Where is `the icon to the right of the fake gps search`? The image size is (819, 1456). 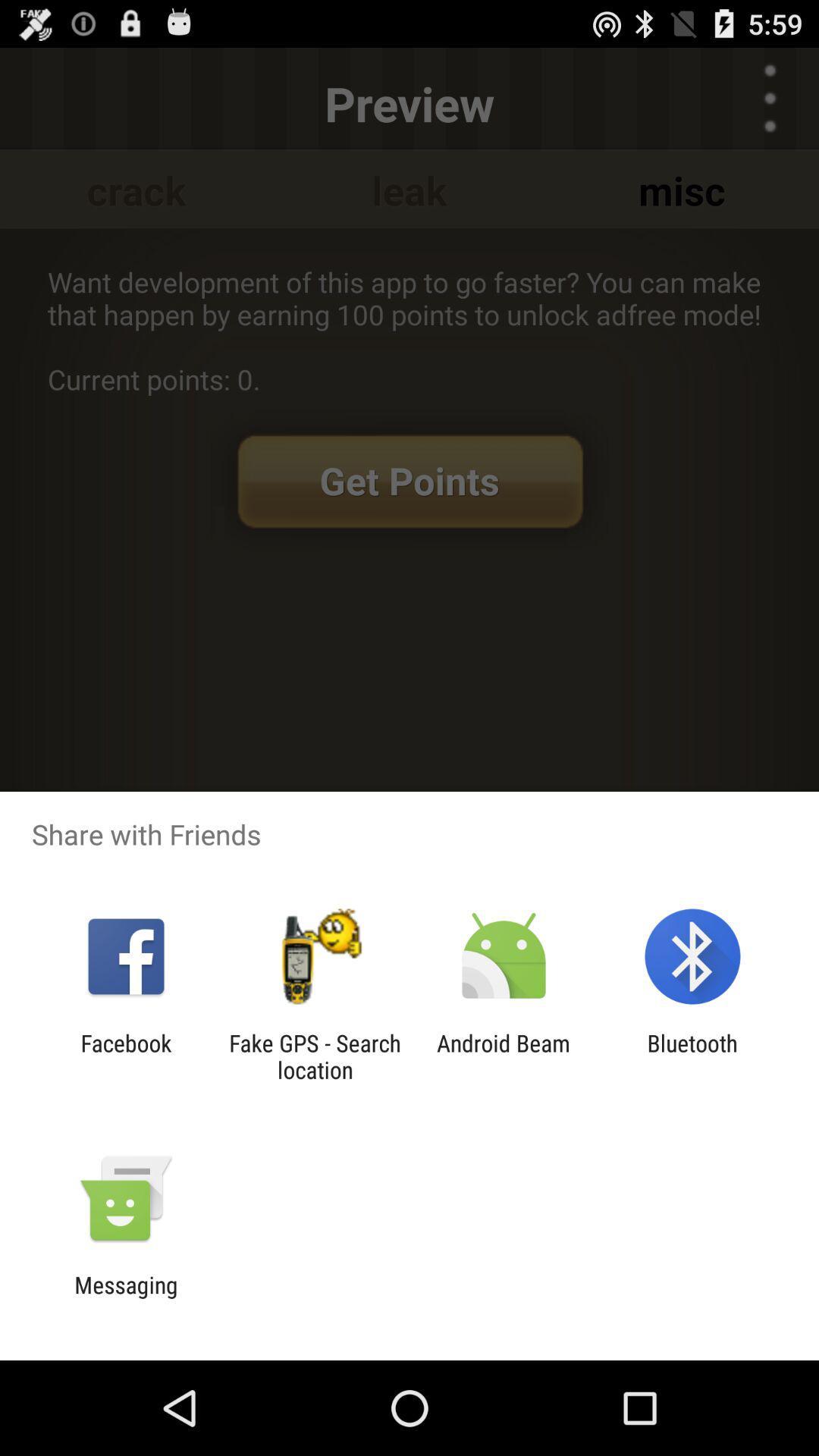 the icon to the right of the fake gps search is located at coordinates (504, 1056).